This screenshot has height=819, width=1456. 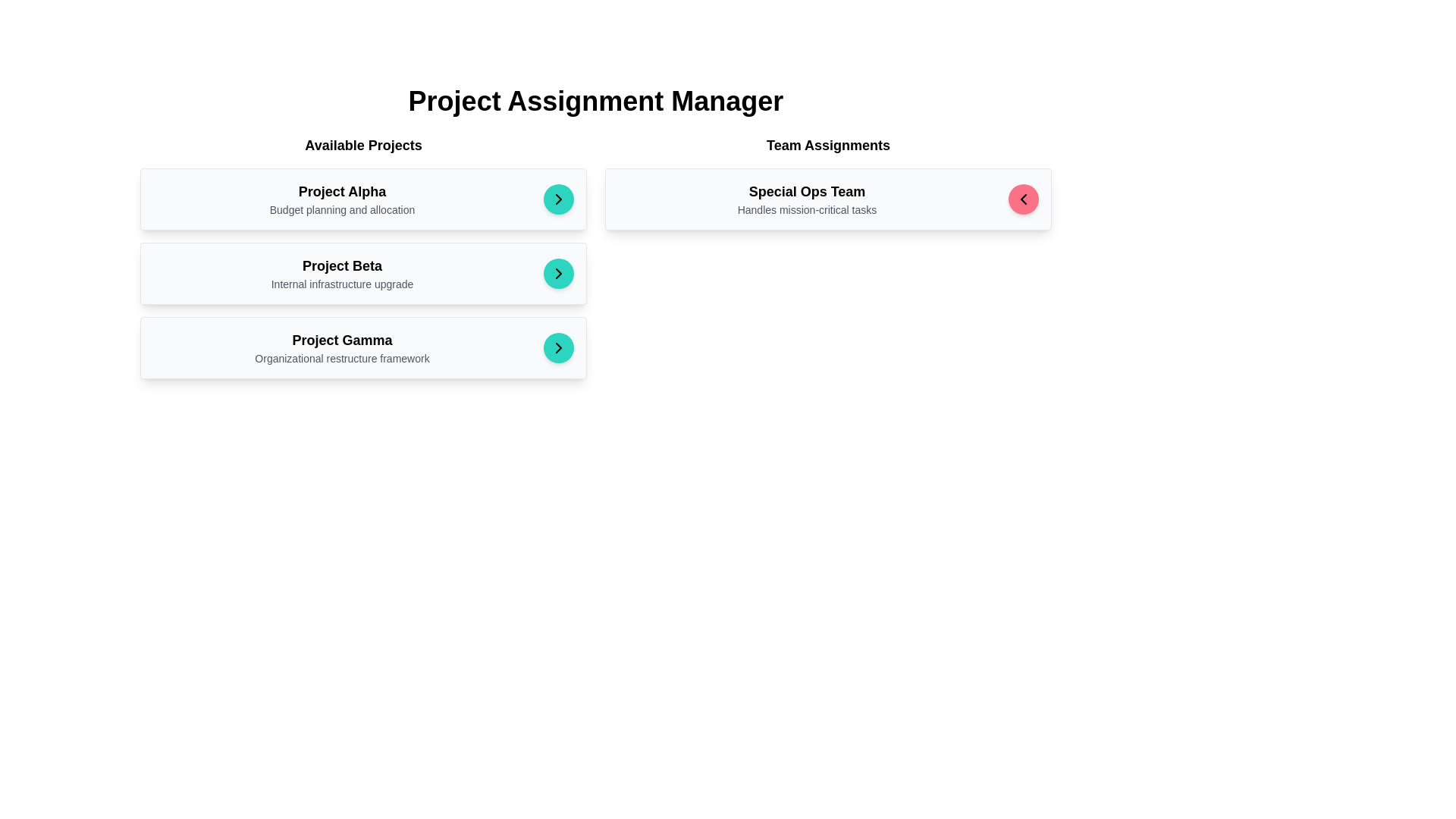 I want to click on the text label that serves as the header for the project in the 'Available Projects' section, located above the descriptive text 'Budget planning and allocation', so click(x=341, y=191).